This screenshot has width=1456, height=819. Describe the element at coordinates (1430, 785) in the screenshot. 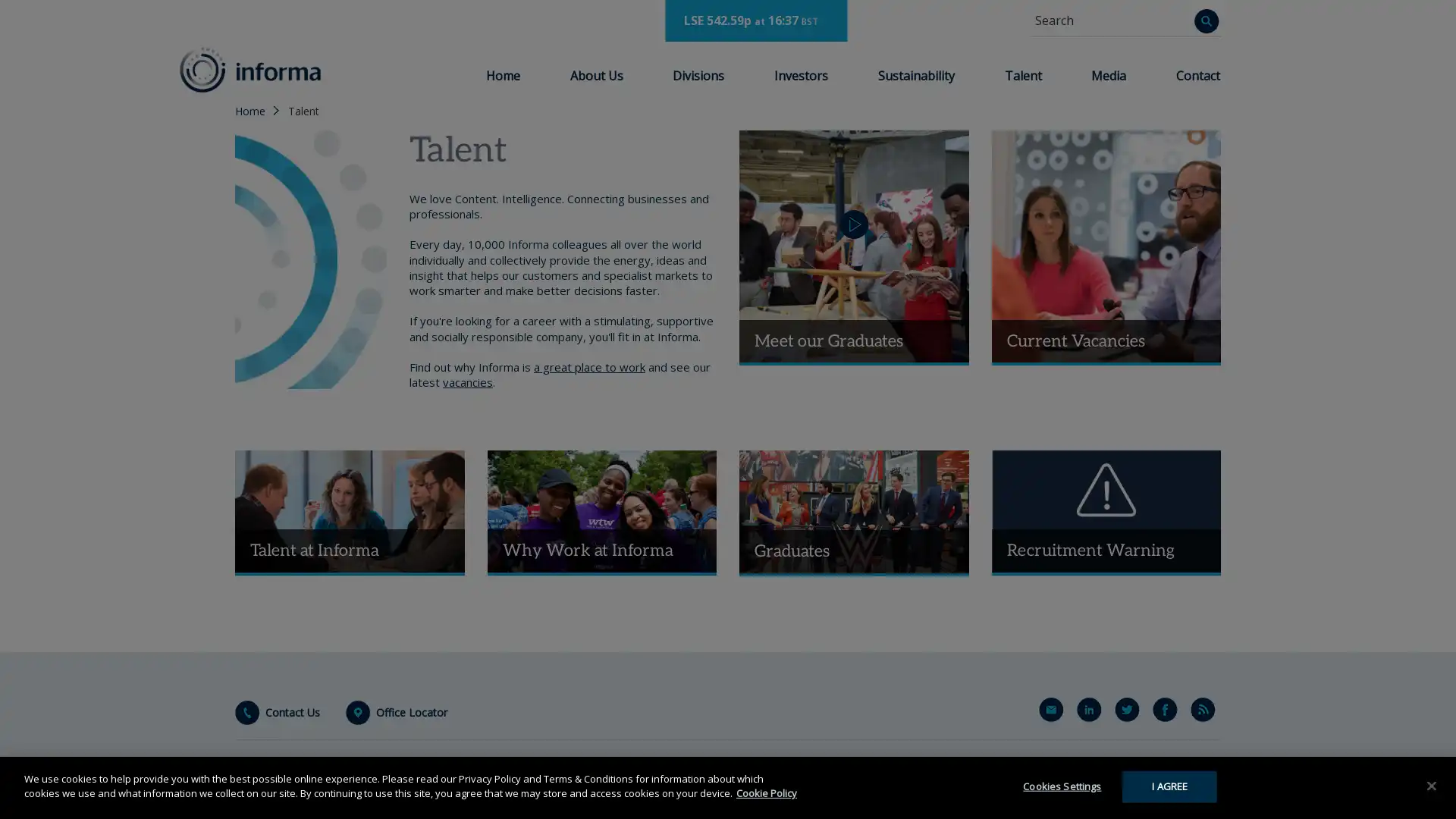

I see `Close` at that location.